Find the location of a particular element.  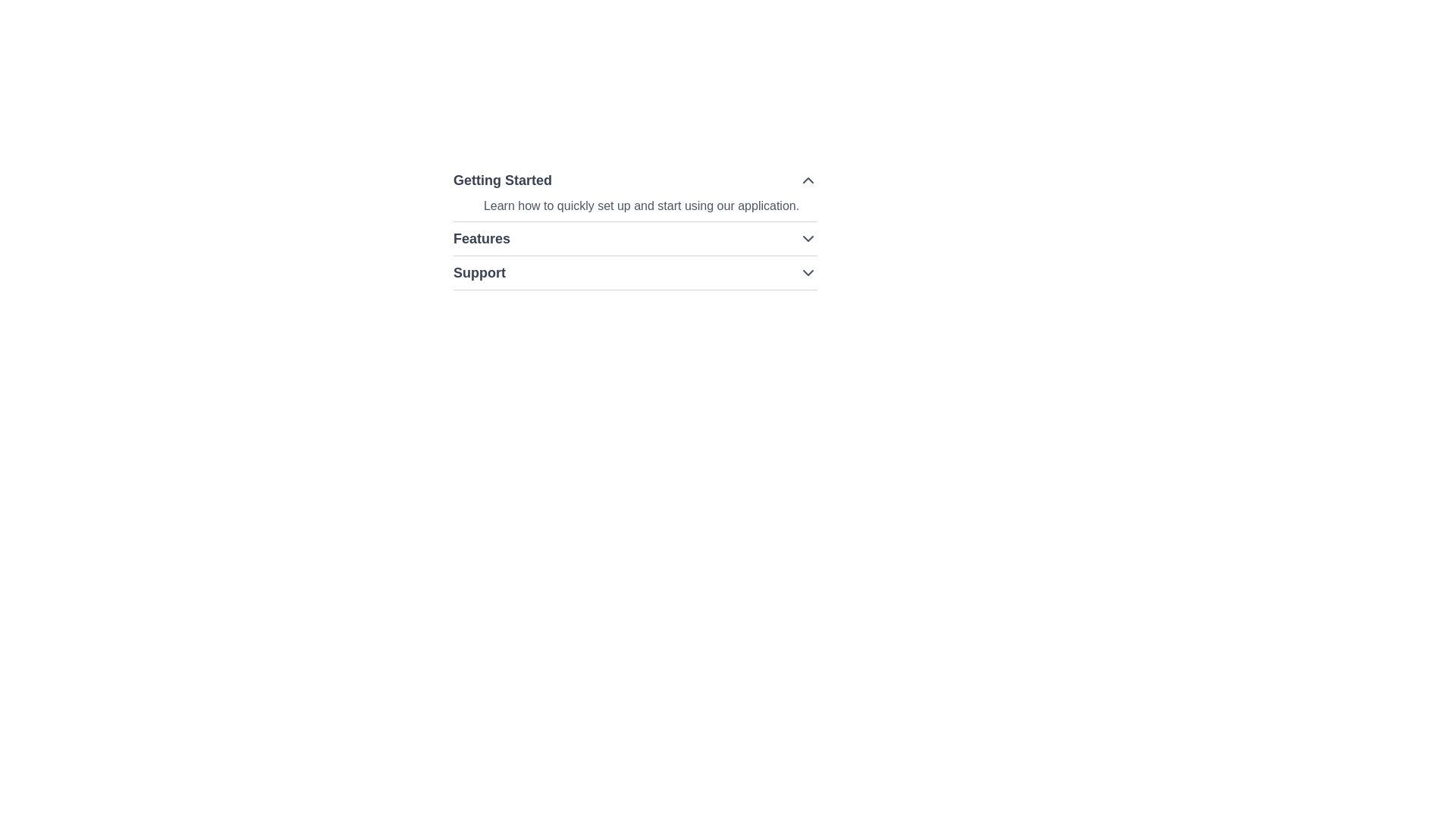

the Chevron indicator icon (SVG) located at the far right of the 'Support' row is located at coordinates (807, 271).